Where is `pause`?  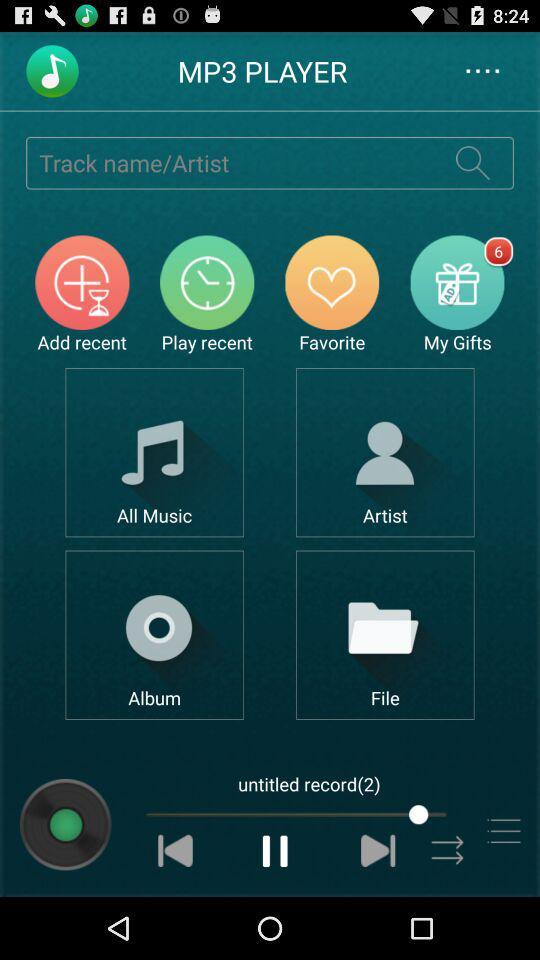 pause is located at coordinates (275, 849).